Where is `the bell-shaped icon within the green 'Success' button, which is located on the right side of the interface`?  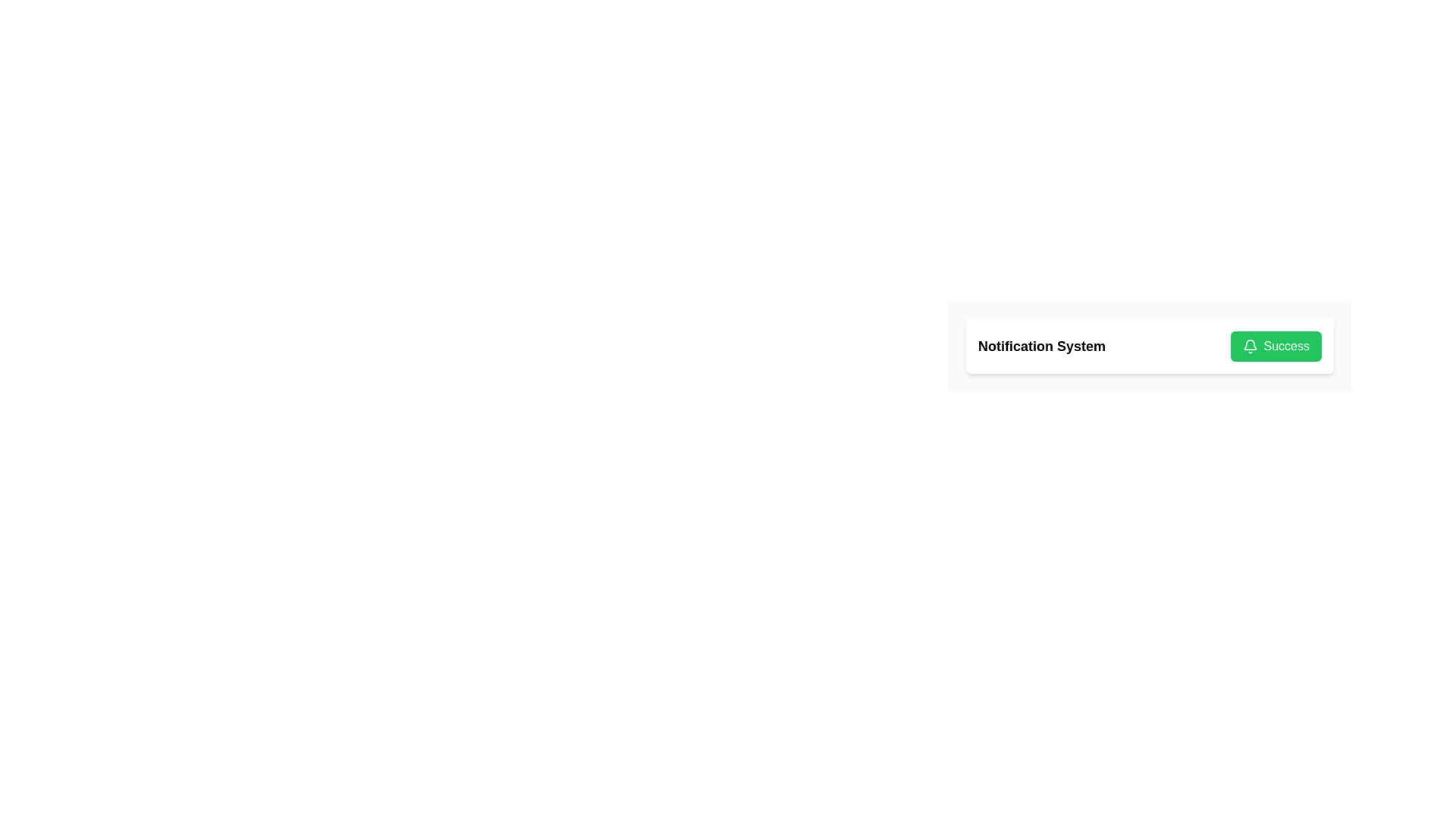
the bell-shaped icon within the green 'Success' button, which is located on the right side of the interface is located at coordinates (1250, 346).